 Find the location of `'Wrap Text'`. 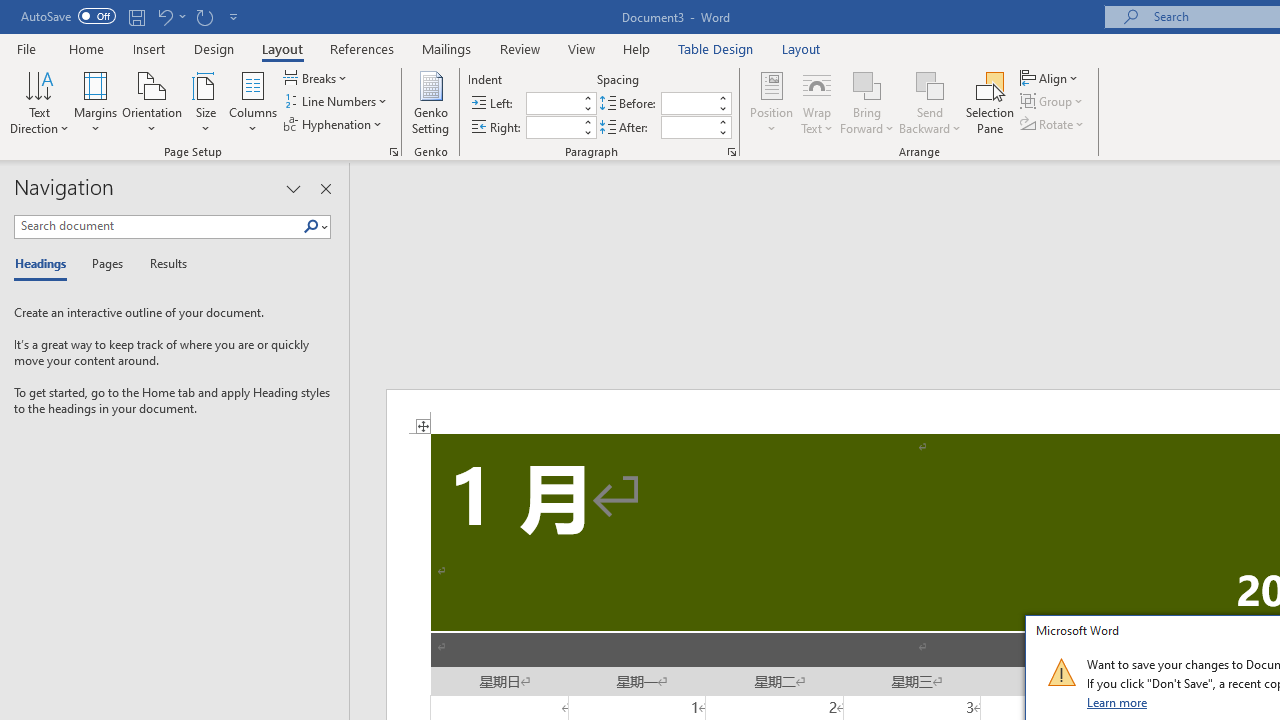

'Wrap Text' is located at coordinates (817, 103).